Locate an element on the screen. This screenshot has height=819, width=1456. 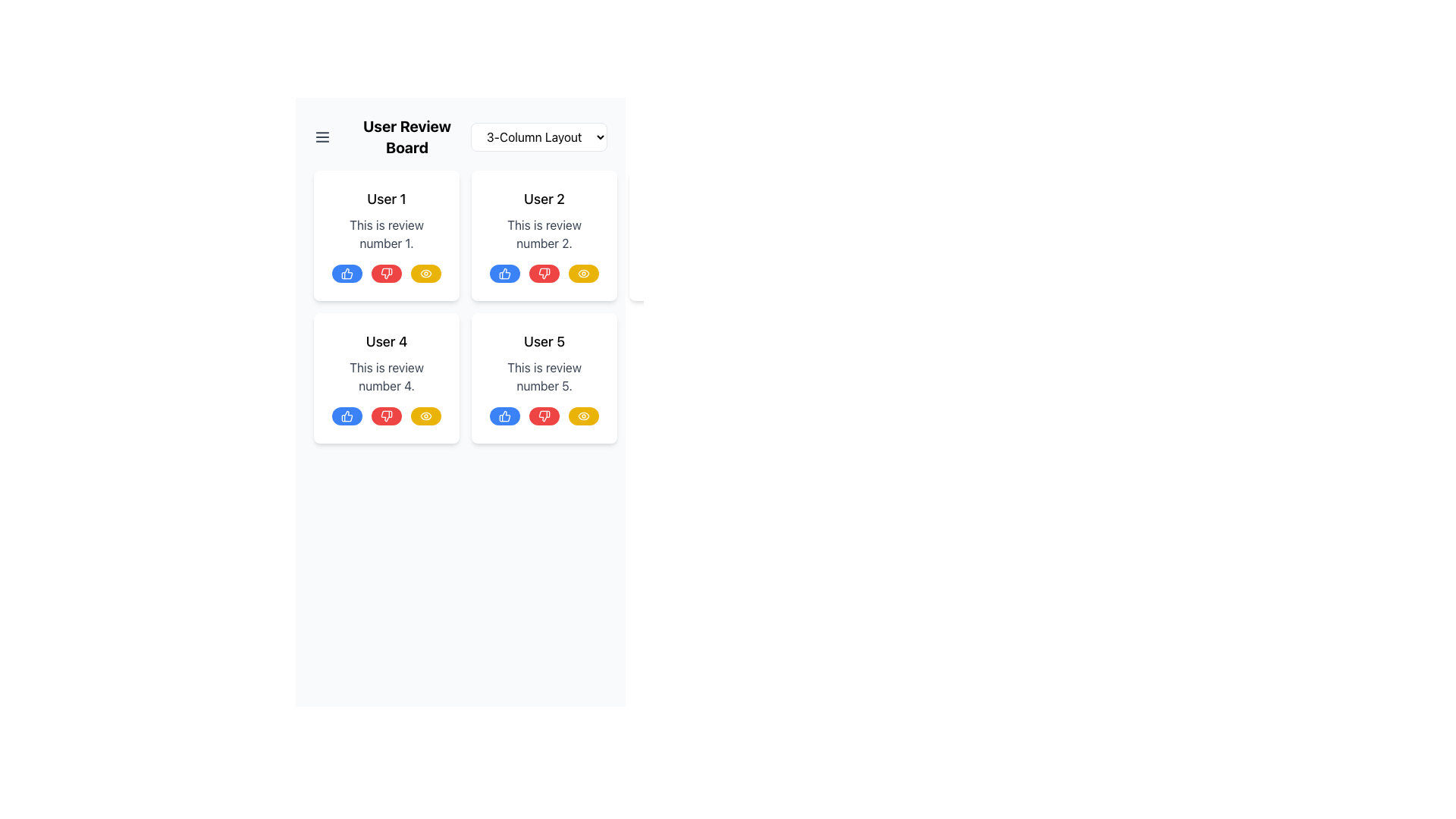
the button located in the bottom-right corner of the card for 'User 1' is located at coordinates (425, 274).